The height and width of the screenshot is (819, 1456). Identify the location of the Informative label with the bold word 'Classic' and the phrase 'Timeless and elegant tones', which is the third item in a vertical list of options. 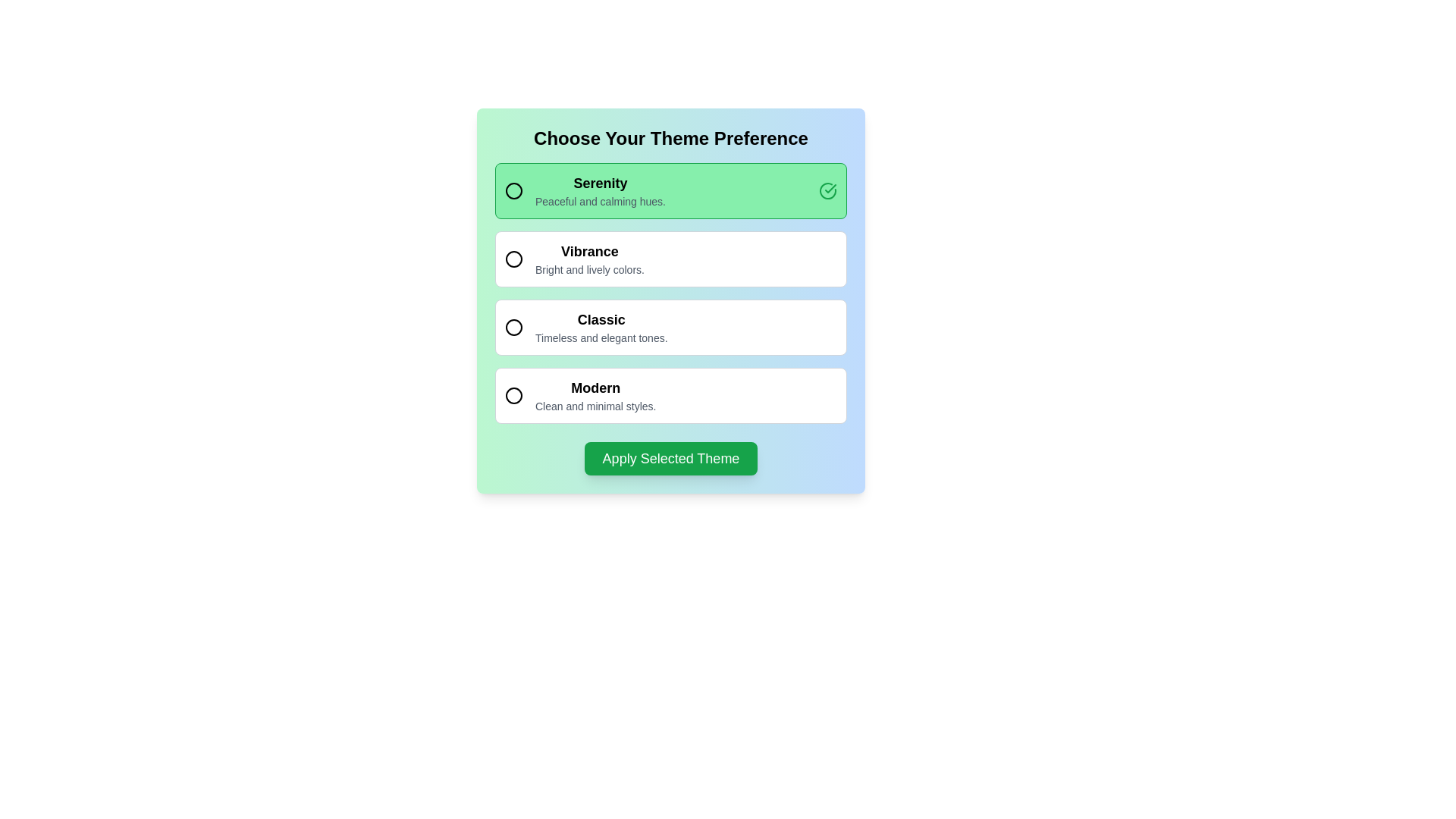
(601, 327).